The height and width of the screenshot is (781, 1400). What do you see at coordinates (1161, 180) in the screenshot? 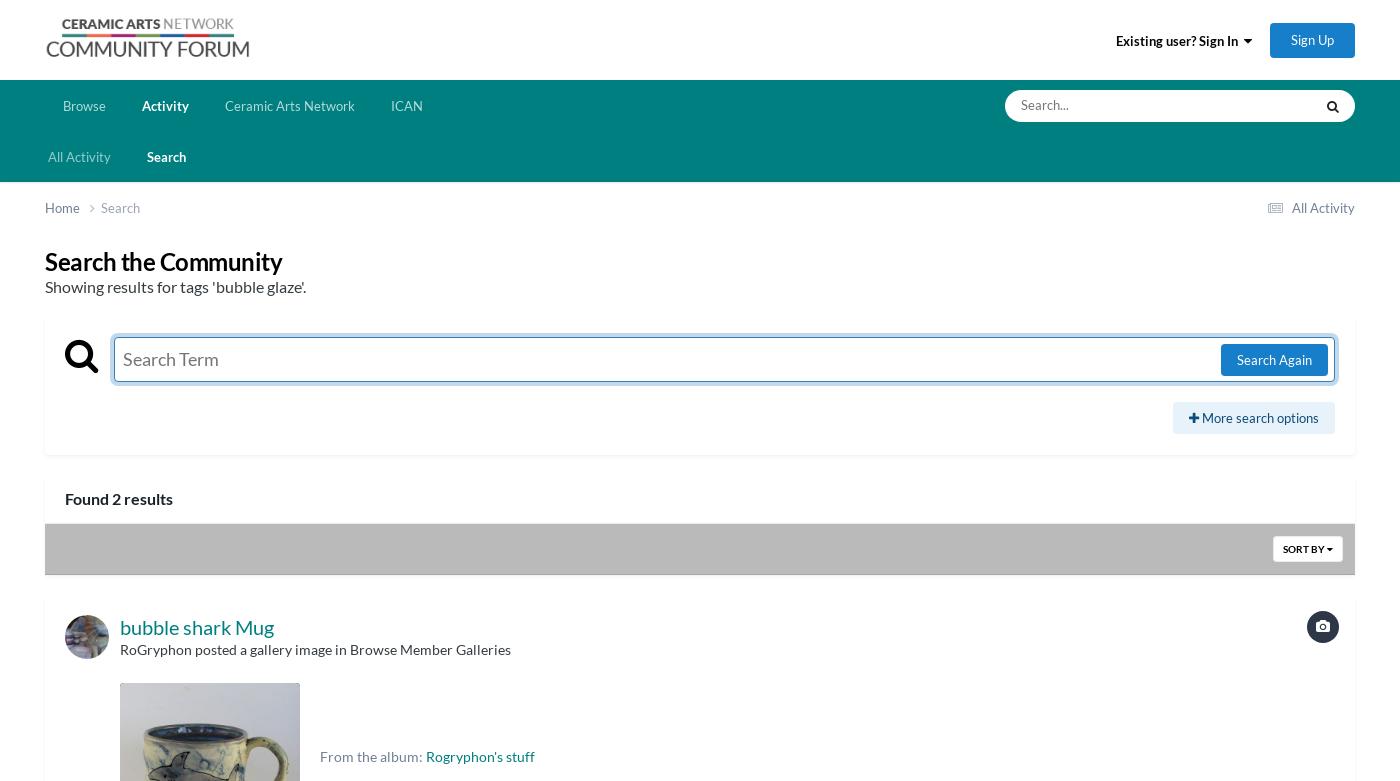
I see `'Status Updates'` at bounding box center [1161, 180].